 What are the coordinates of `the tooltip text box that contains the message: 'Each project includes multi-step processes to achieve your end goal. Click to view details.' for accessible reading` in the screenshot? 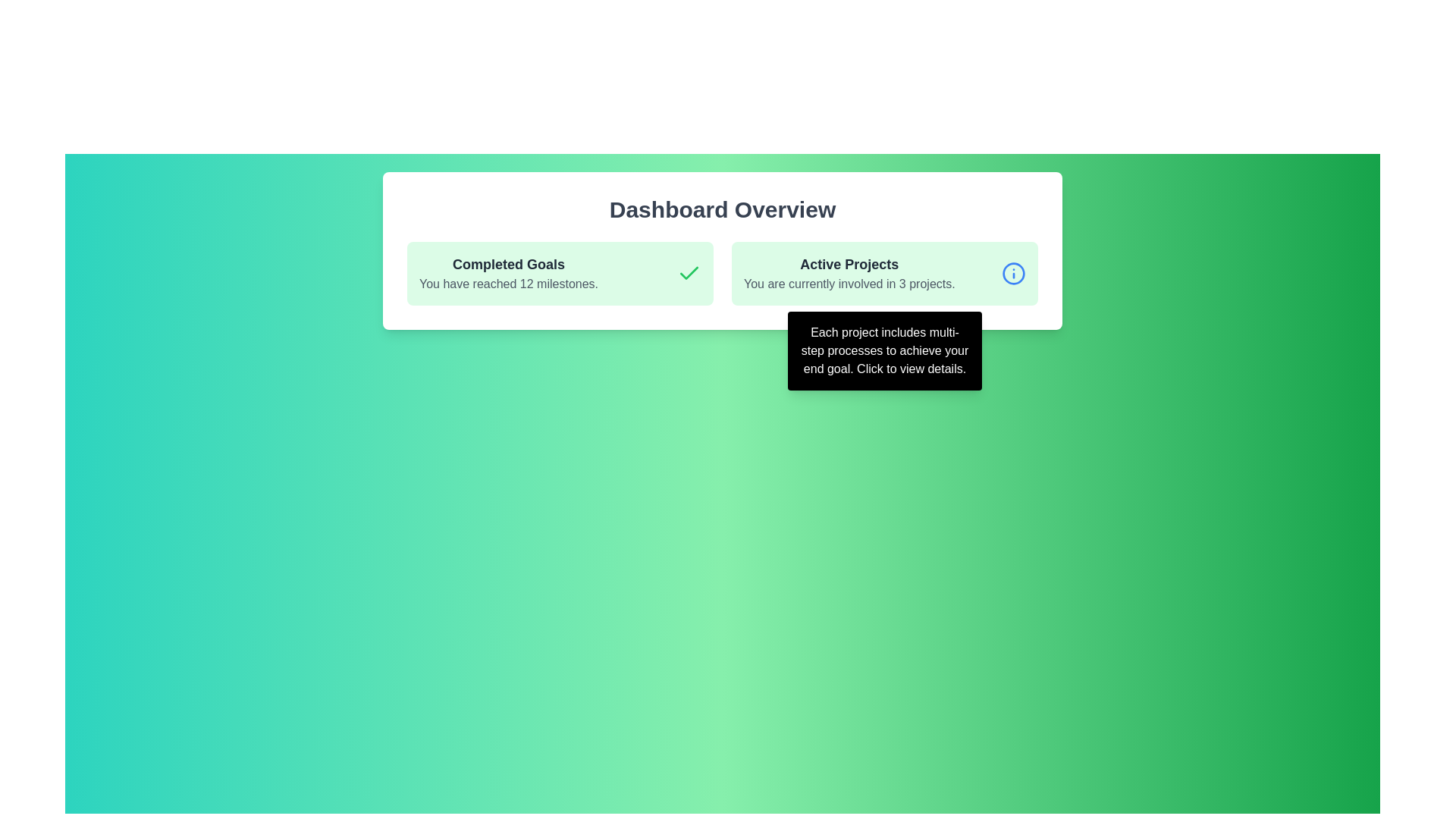 It's located at (884, 350).